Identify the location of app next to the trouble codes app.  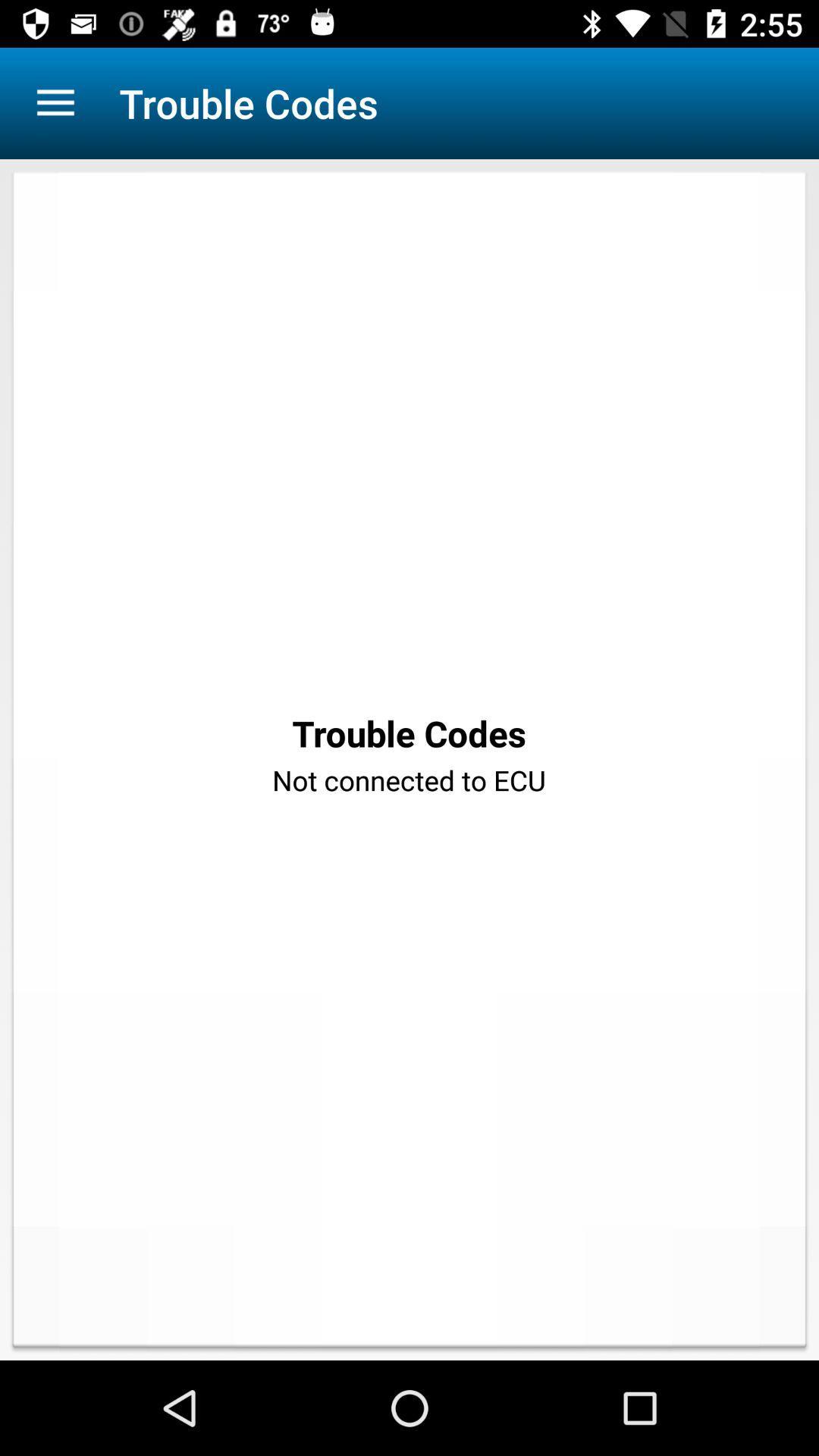
(55, 102).